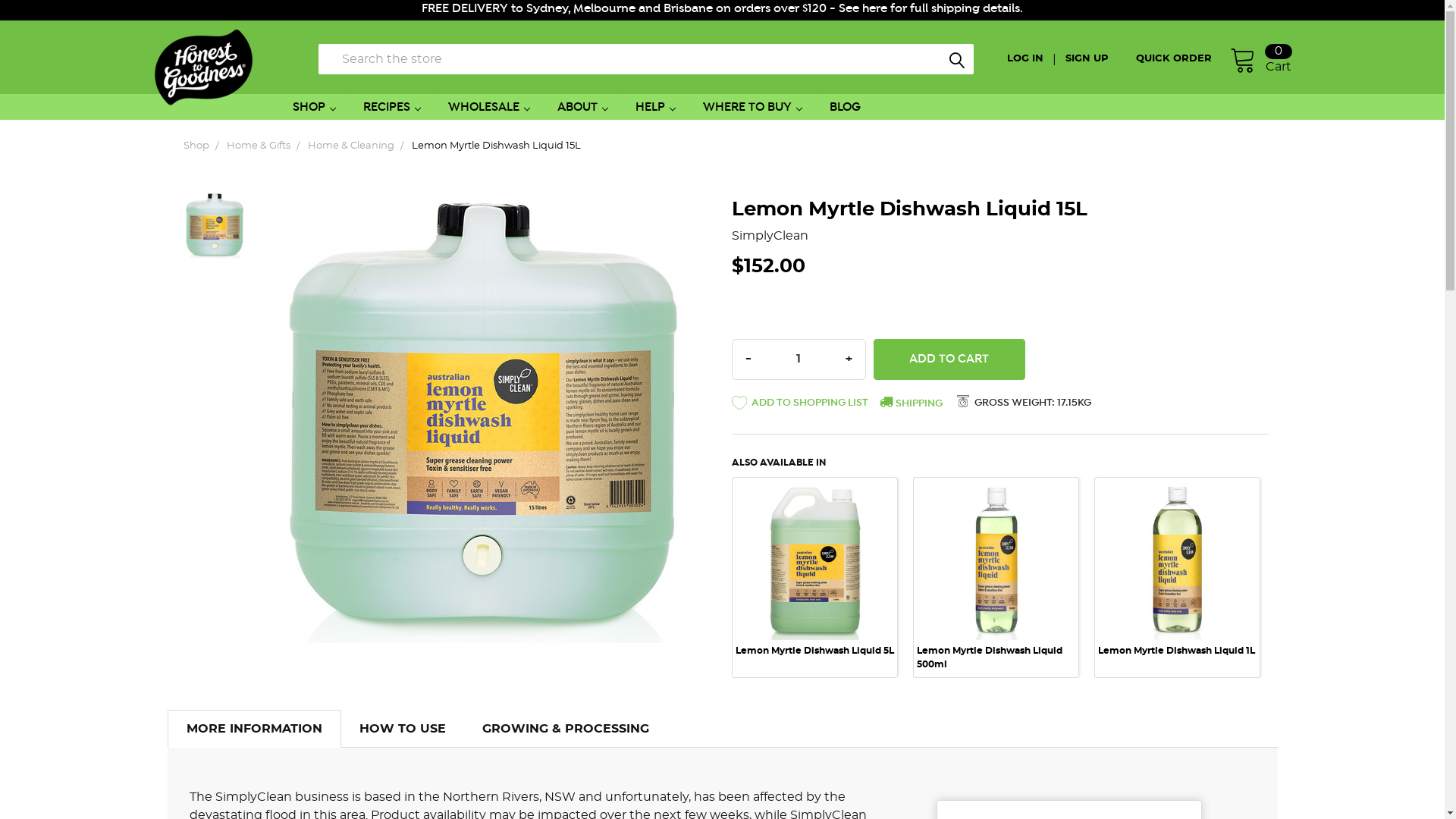 The image size is (1456, 819). I want to click on 'Add to Cart', so click(874, 359).